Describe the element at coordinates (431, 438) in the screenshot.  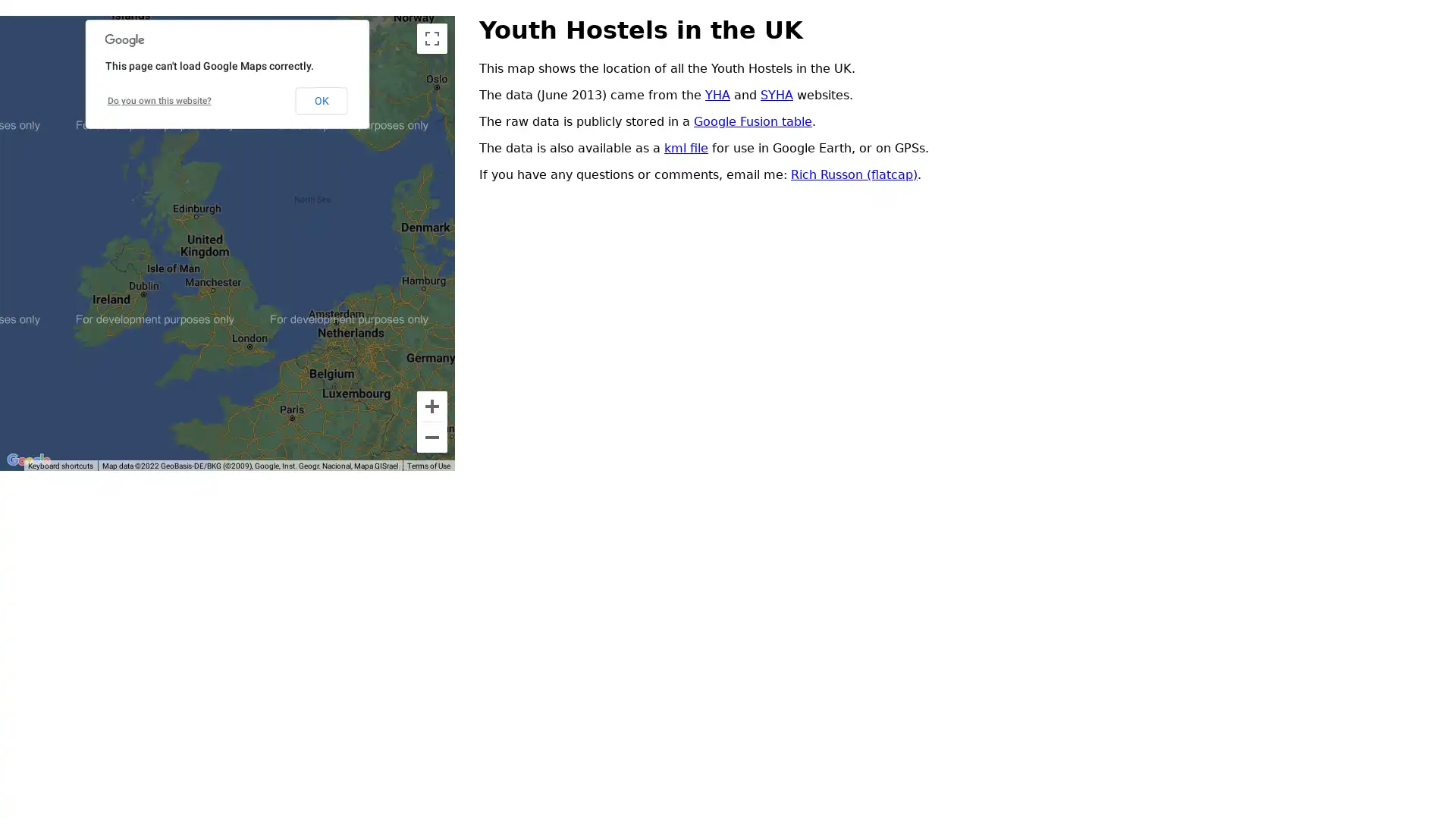
I see `Zoom out` at that location.